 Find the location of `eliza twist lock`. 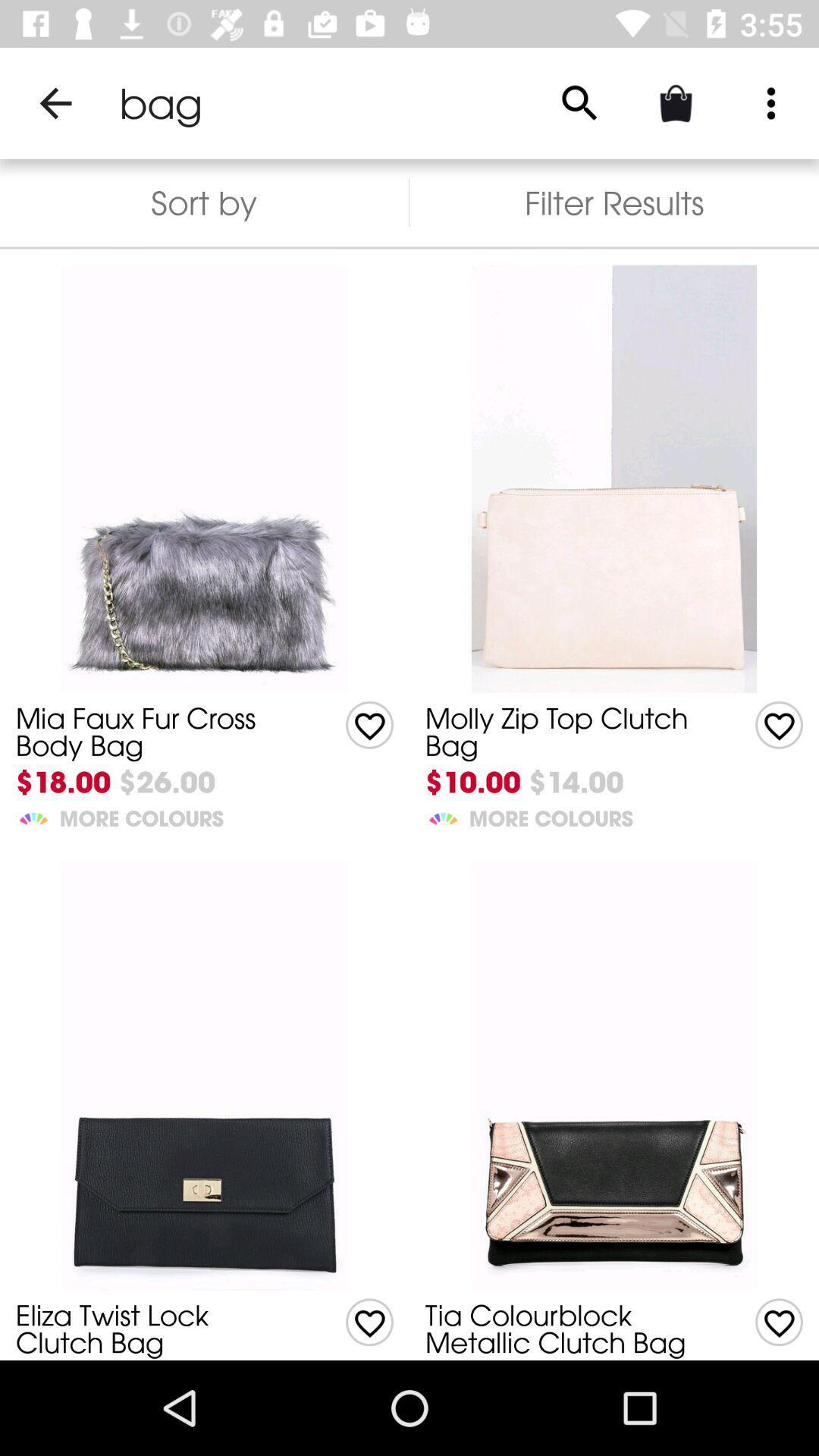

eliza twist lock is located at coordinates (157, 1328).